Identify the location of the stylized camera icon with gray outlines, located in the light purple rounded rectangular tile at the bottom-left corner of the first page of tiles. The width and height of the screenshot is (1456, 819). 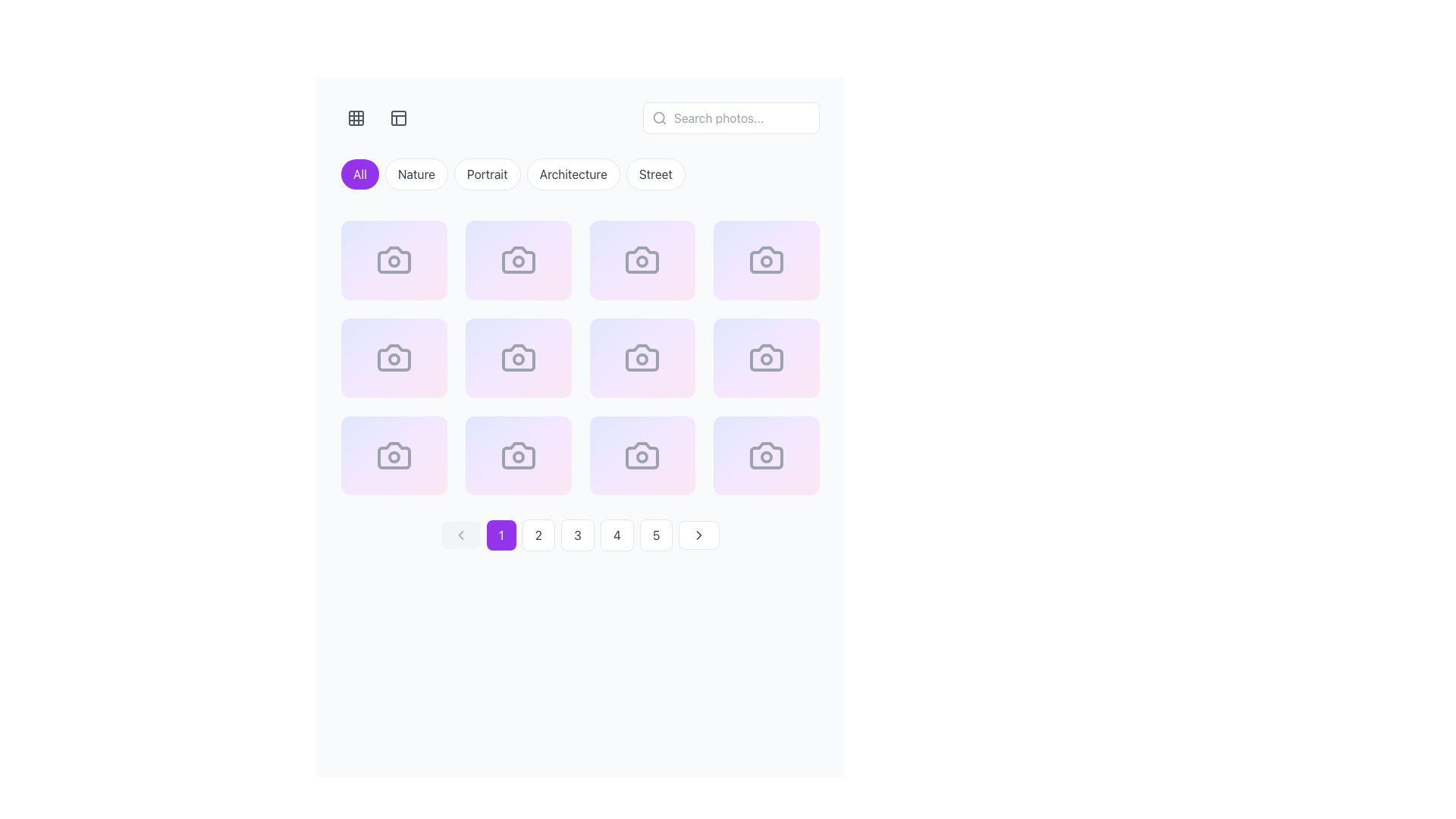
(394, 455).